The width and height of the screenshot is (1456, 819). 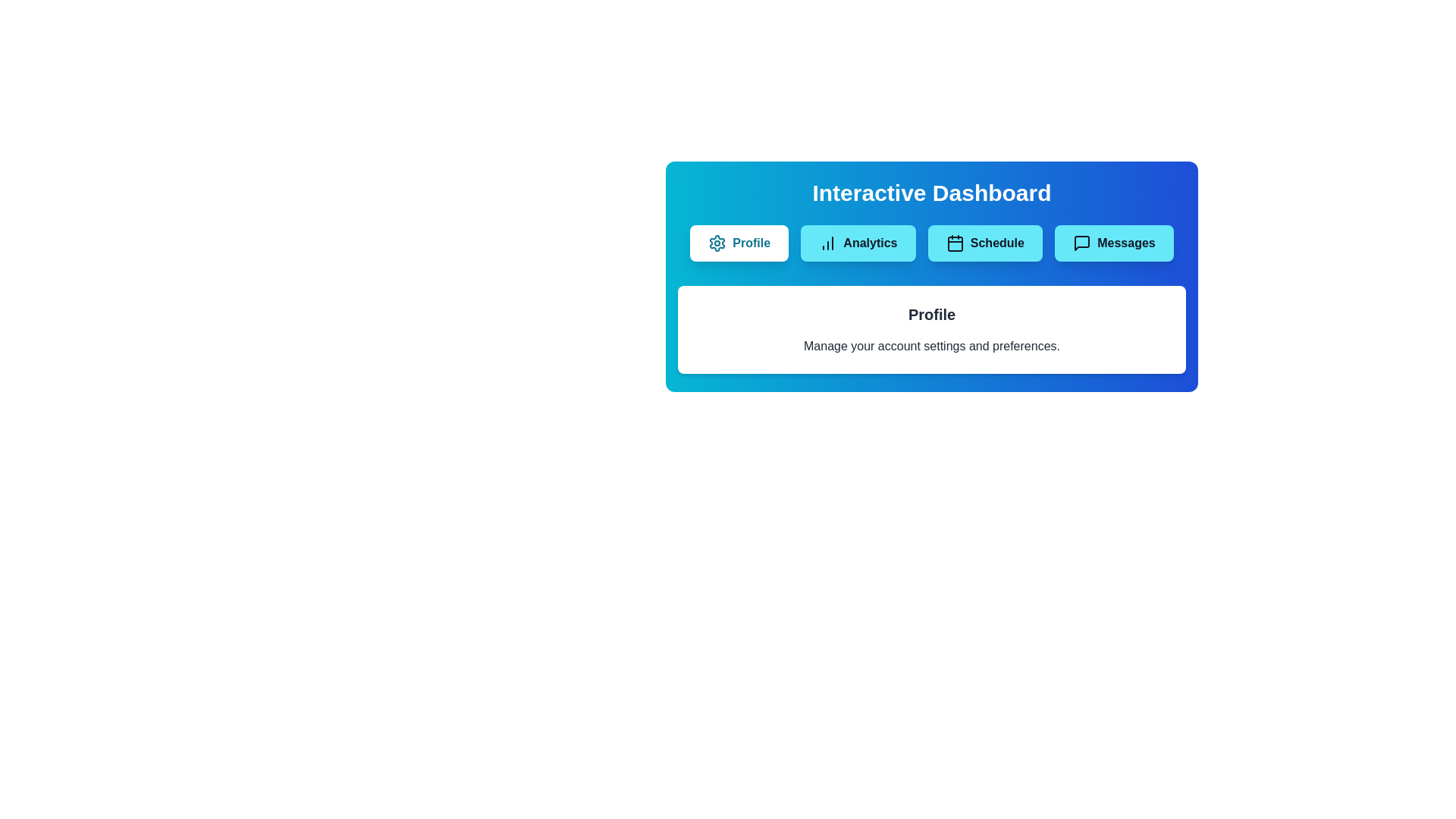 I want to click on the tab labeled Profile to view its content, so click(x=739, y=242).